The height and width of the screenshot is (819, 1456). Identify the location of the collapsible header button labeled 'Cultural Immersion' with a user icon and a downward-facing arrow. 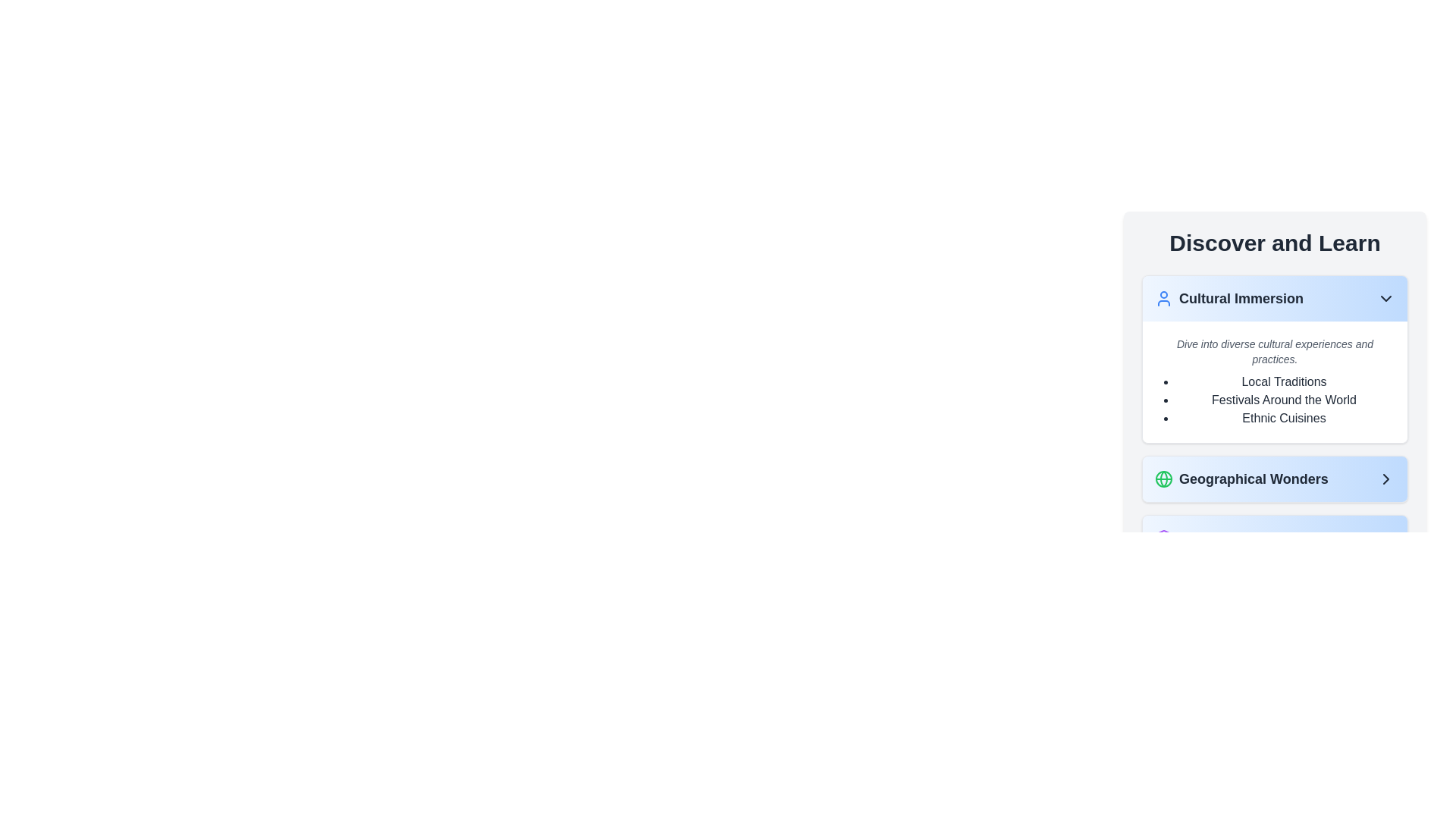
(1274, 298).